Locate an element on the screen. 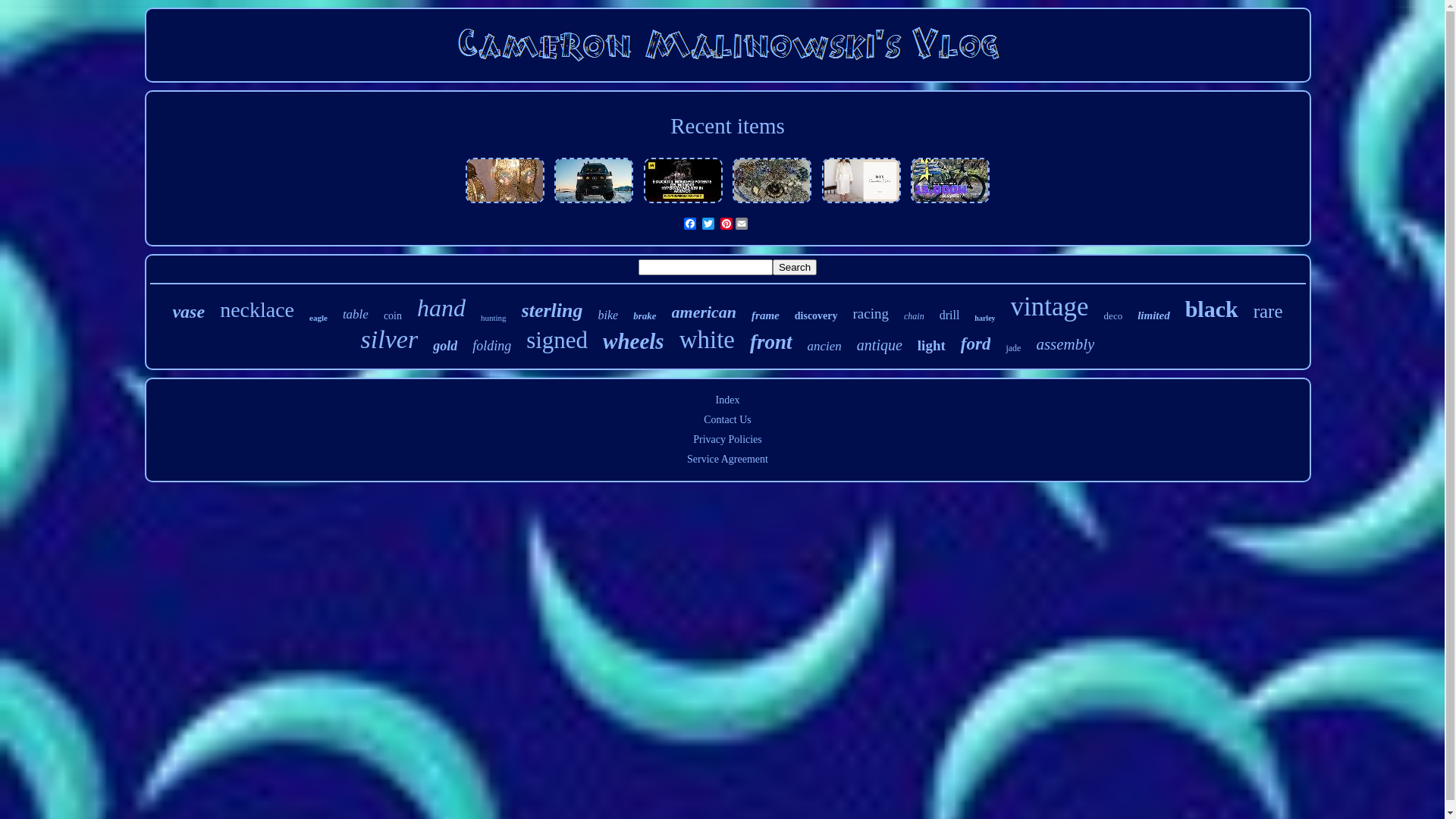  'Service Agreement' is located at coordinates (726, 458).